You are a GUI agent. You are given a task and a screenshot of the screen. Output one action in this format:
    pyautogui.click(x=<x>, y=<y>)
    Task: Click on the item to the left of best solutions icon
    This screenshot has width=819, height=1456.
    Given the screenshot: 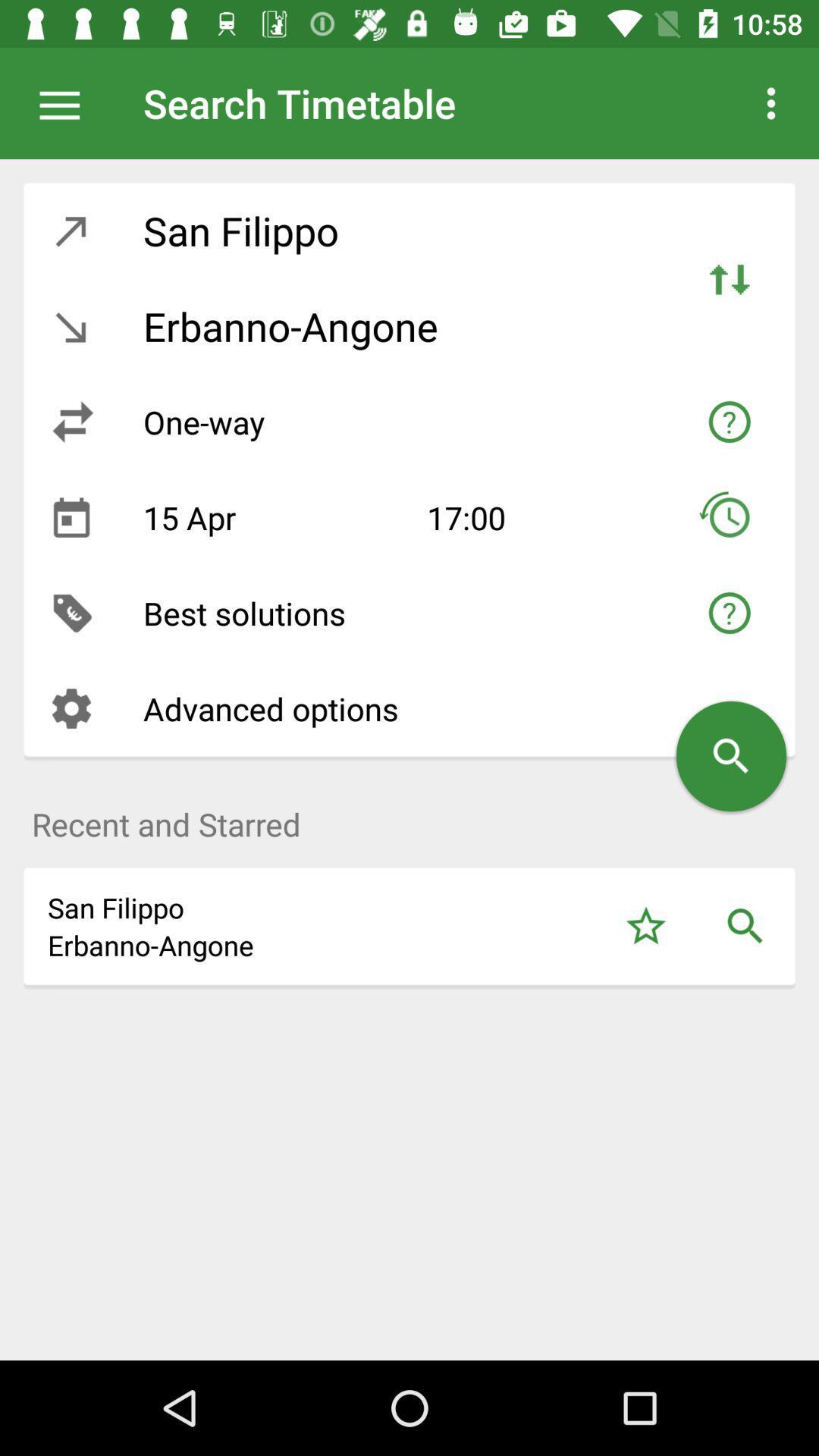 What is the action you would take?
    pyautogui.click(x=71, y=613)
    